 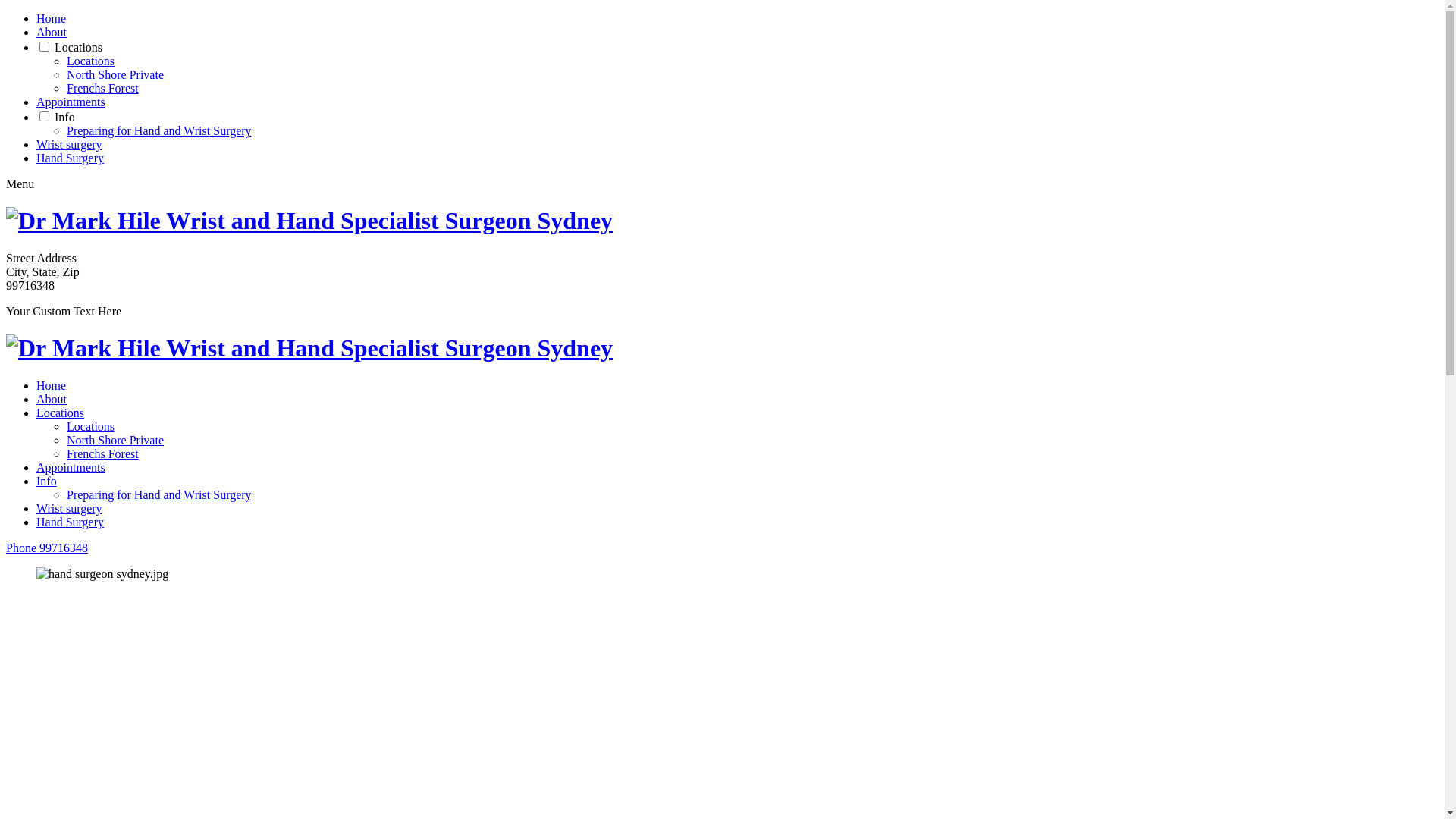 What do you see at coordinates (20, 183) in the screenshot?
I see `'Menu'` at bounding box center [20, 183].